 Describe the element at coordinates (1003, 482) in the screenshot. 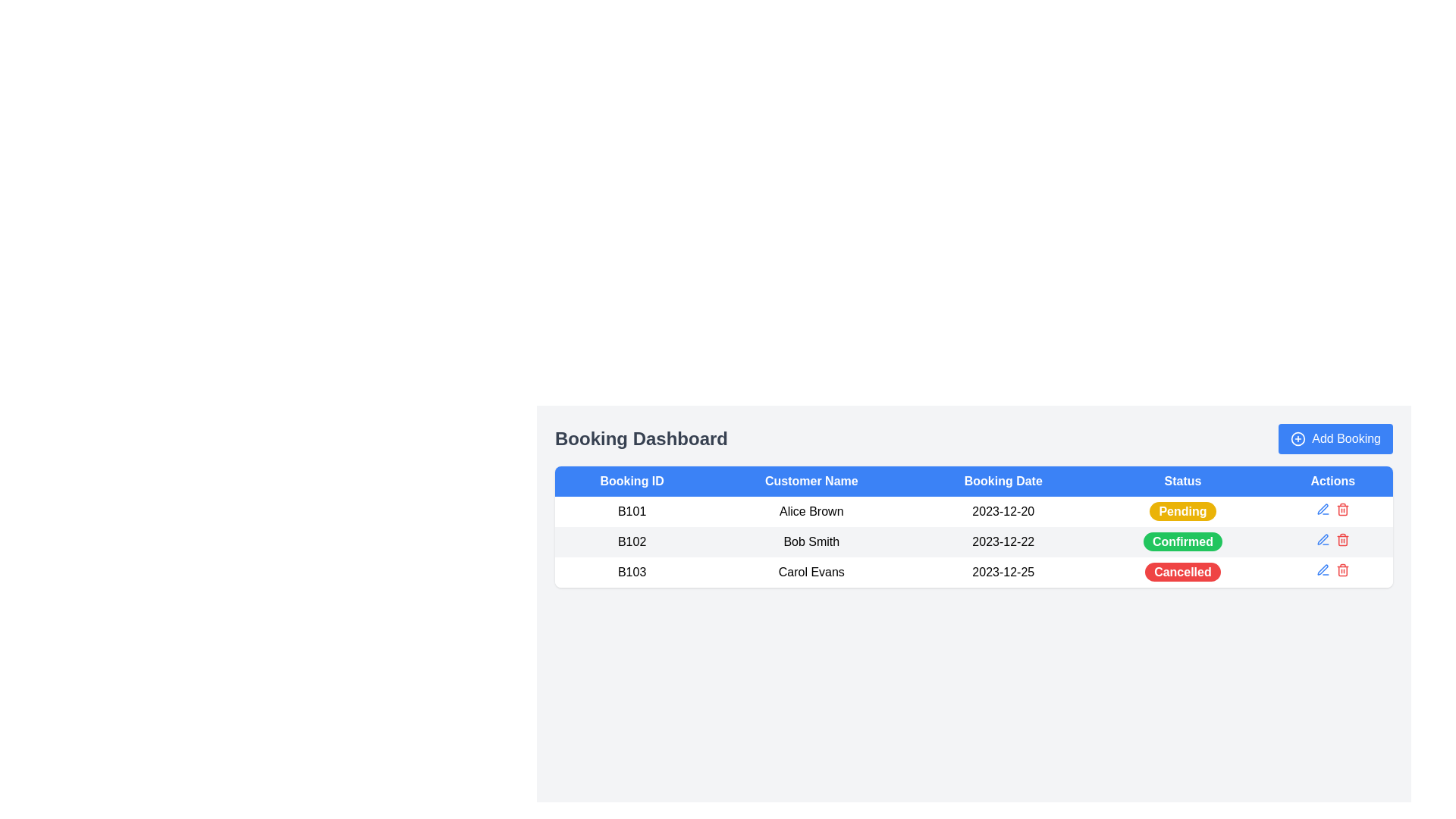

I see `text 'Booking Date' from the header label of the 'Booking Date' column in the table, which is the third column header located between 'Customer Name' and 'Status'` at that location.